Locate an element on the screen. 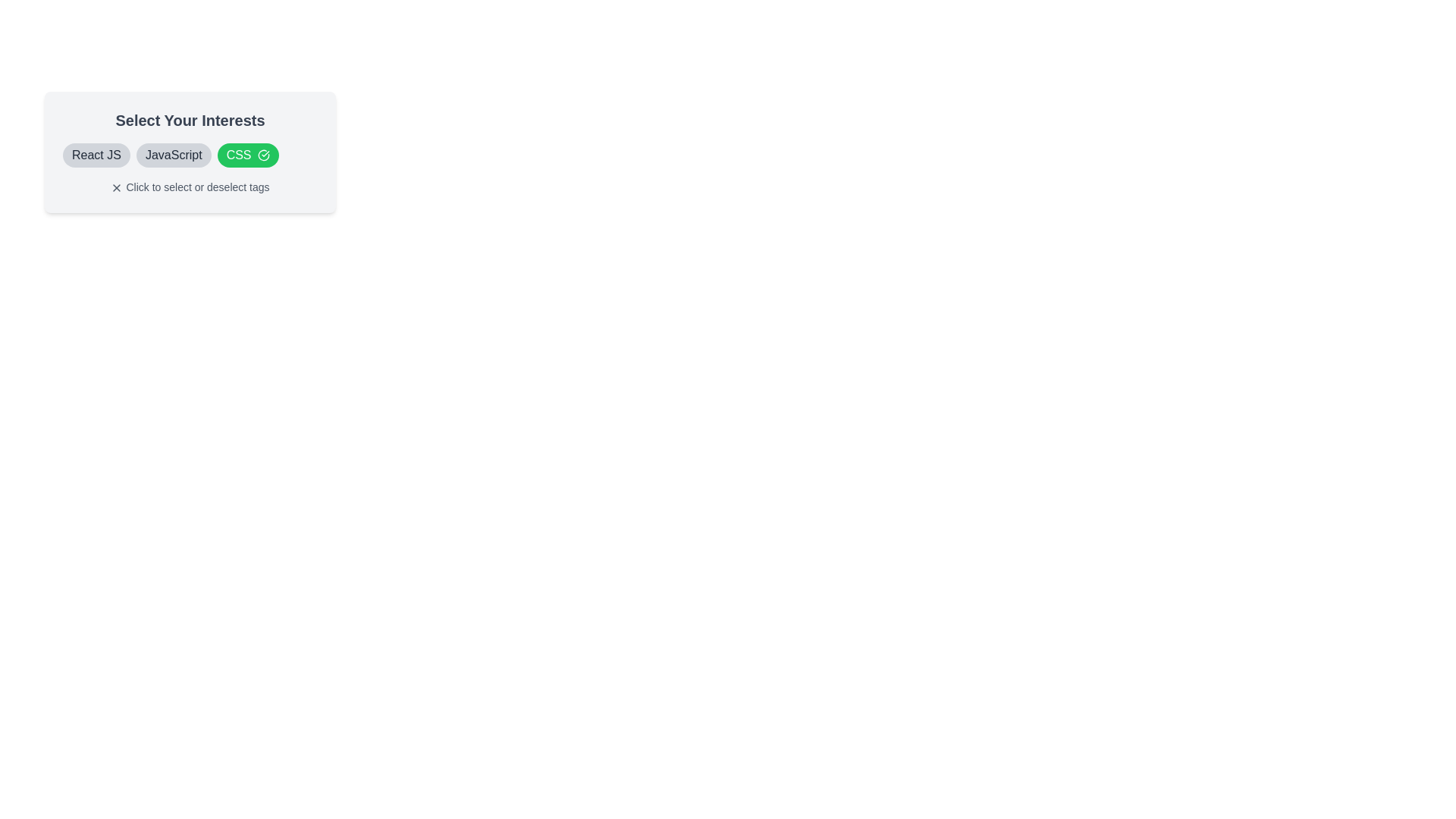 The height and width of the screenshot is (819, 1456). the 'JavaScript' interest tag, which is the second item in a horizontal list of tags positioned between 'React JS' and 'CSS' is located at coordinates (174, 155).